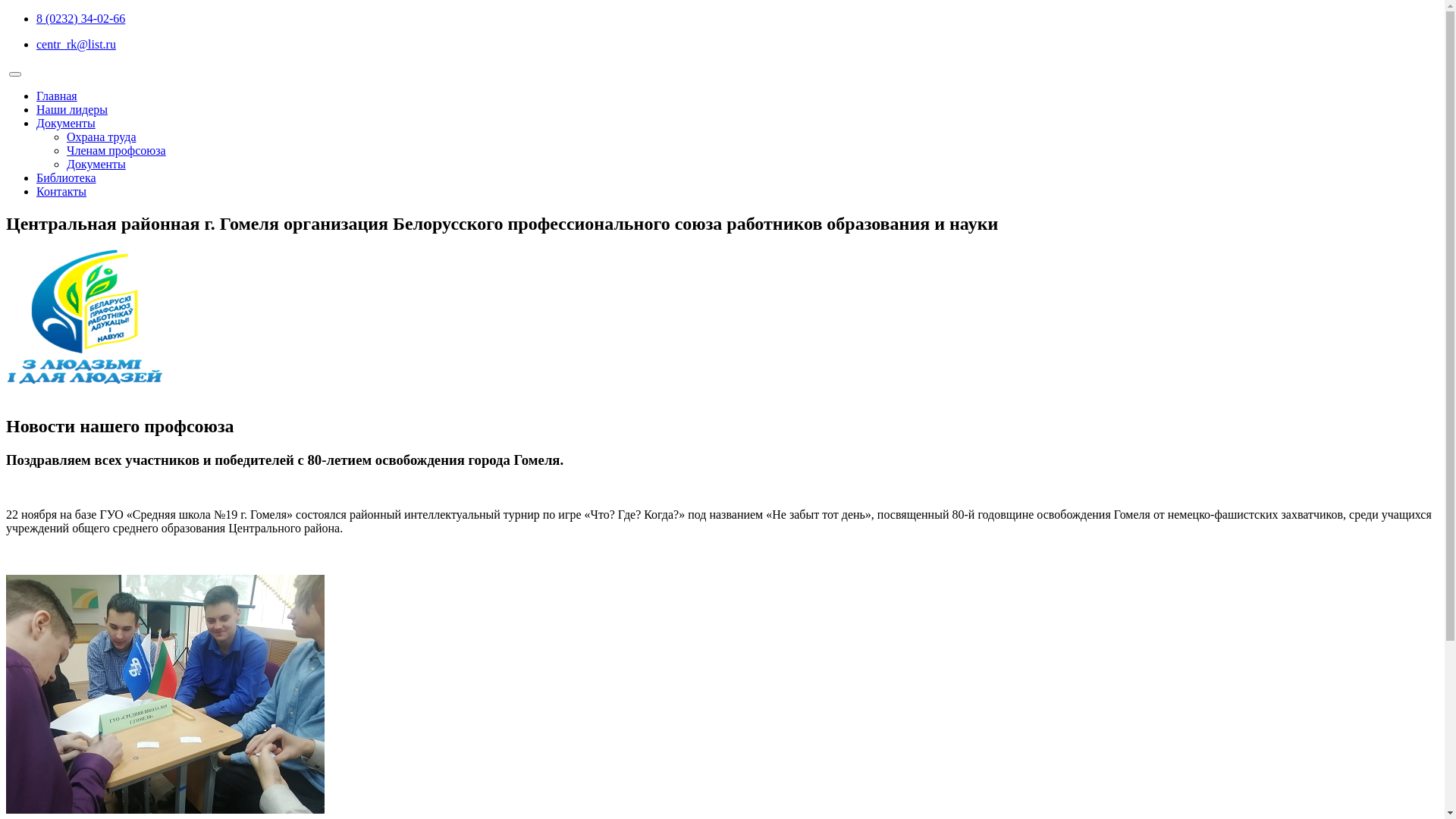 Image resolution: width=1456 pixels, height=819 pixels. What do you see at coordinates (75, 43) in the screenshot?
I see `'centr_rk@list.ru'` at bounding box center [75, 43].